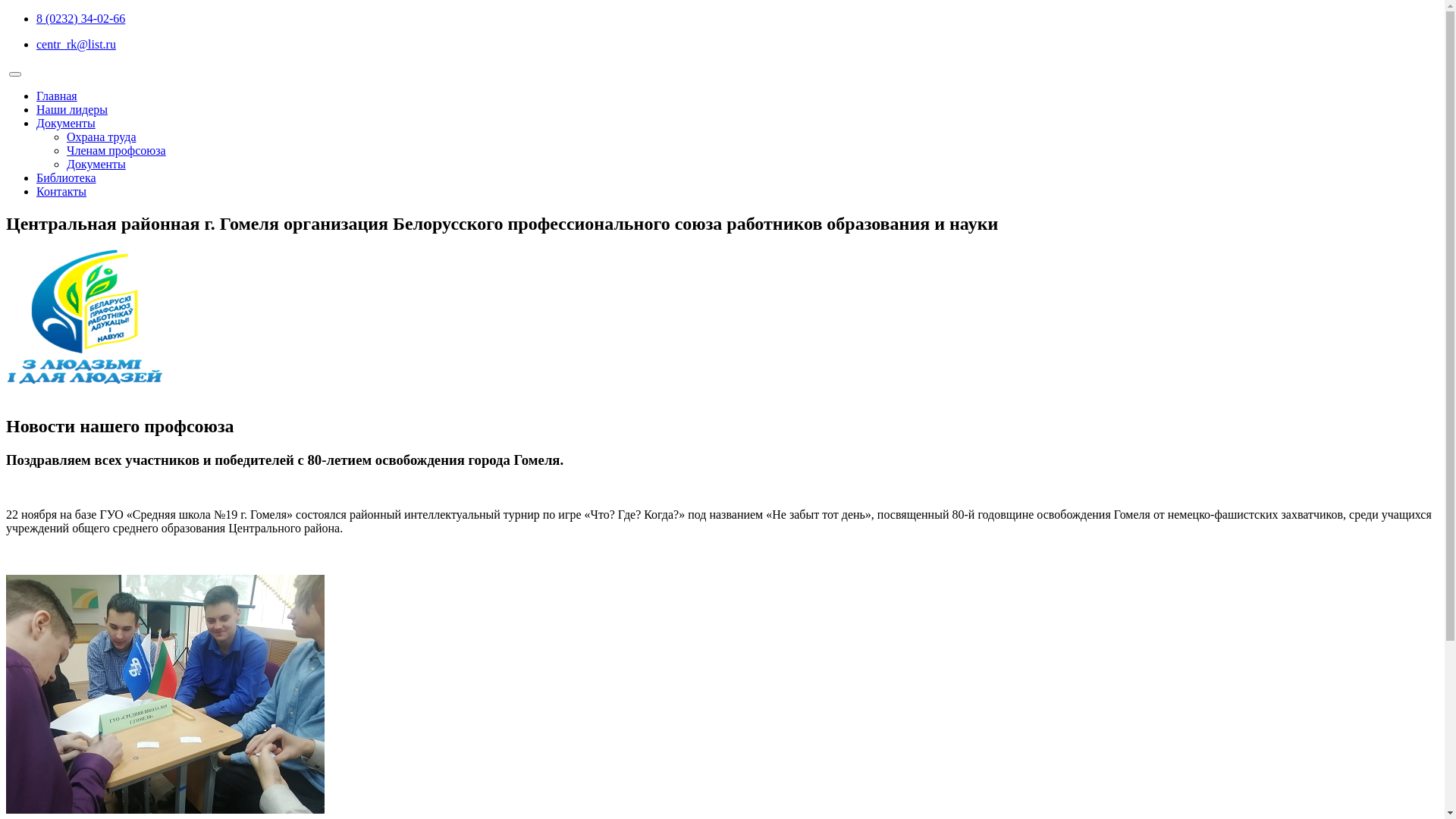 Image resolution: width=1456 pixels, height=819 pixels. What do you see at coordinates (75, 43) in the screenshot?
I see `'centr_rk@list.ru'` at bounding box center [75, 43].